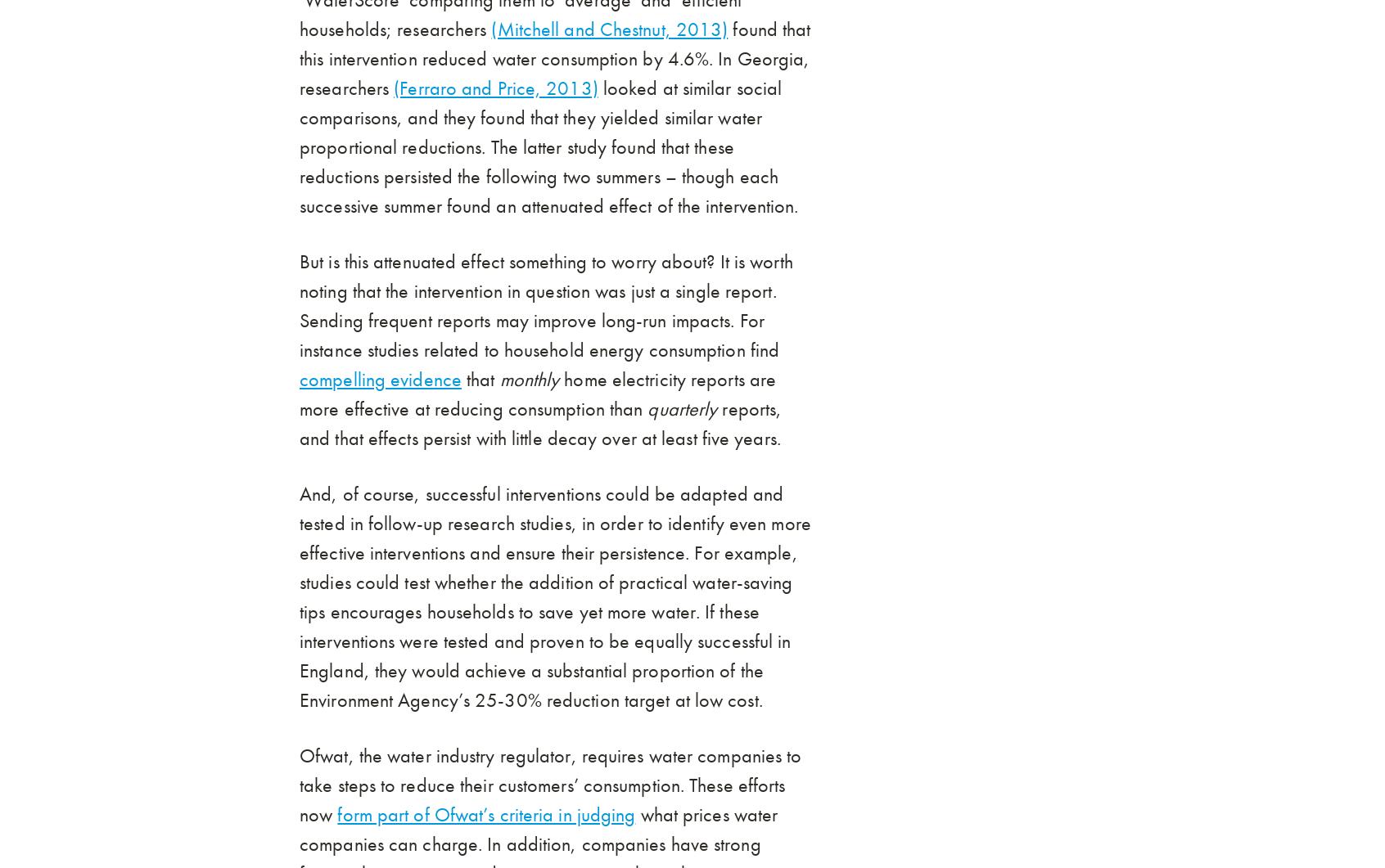  Describe the element at coordinates (498, 379) in the screenshot. I see `'monthly'` at that location.